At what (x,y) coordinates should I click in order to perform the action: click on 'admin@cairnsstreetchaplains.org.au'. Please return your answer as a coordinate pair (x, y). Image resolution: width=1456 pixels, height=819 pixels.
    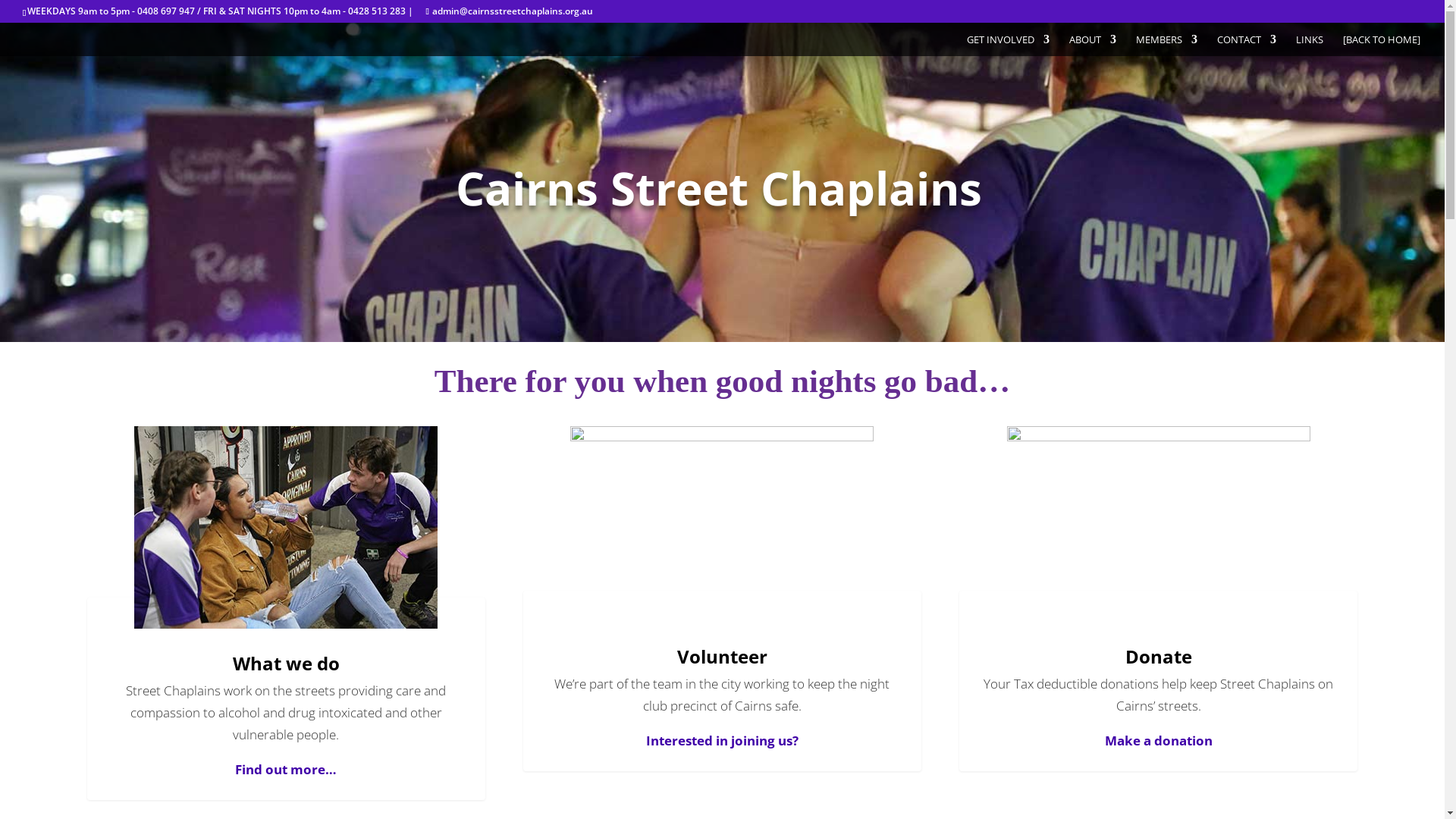
    Looking at the image, I should click on (425, 11).